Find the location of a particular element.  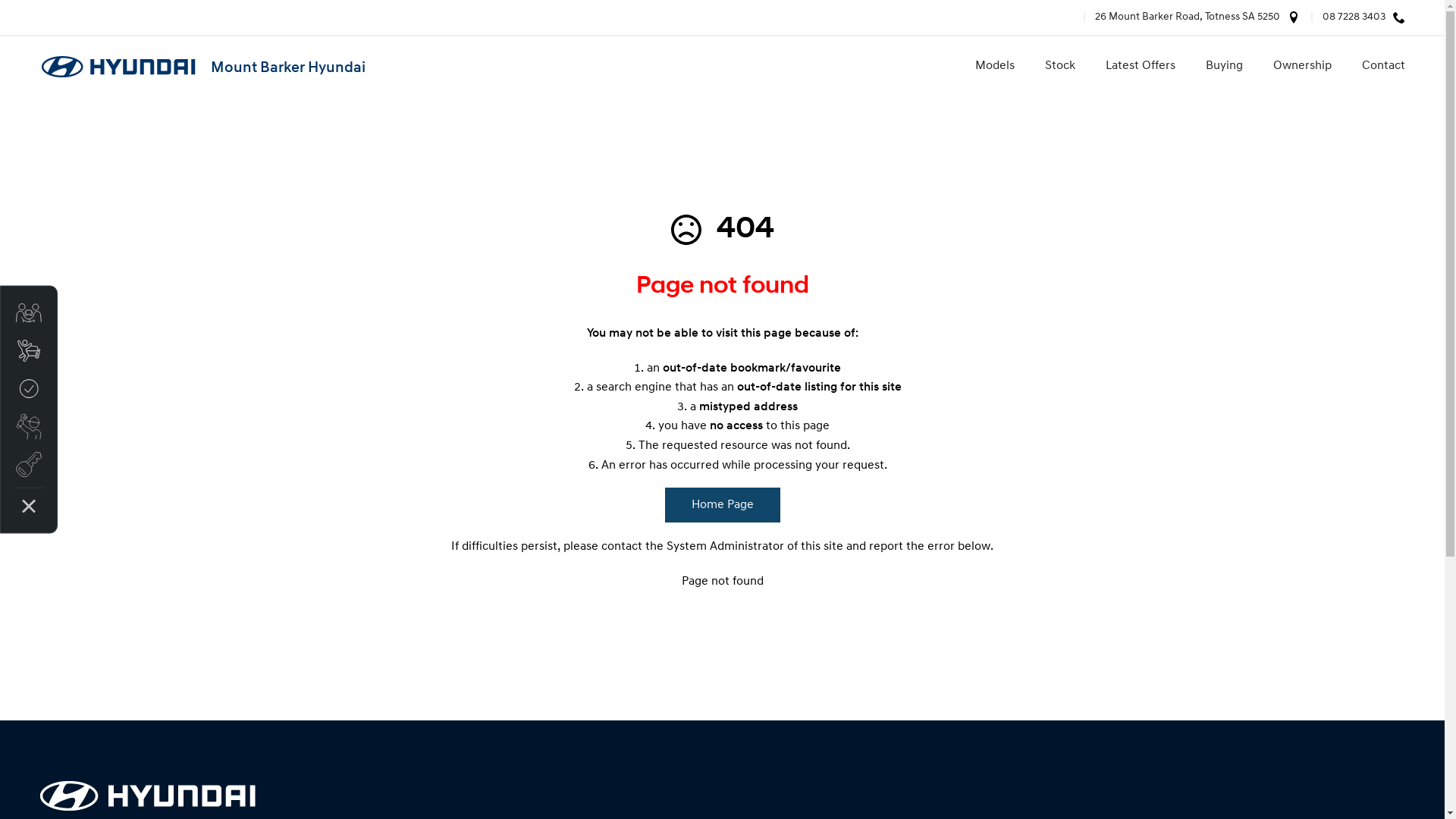

'Buying' is located at coordinates (1189, 66).